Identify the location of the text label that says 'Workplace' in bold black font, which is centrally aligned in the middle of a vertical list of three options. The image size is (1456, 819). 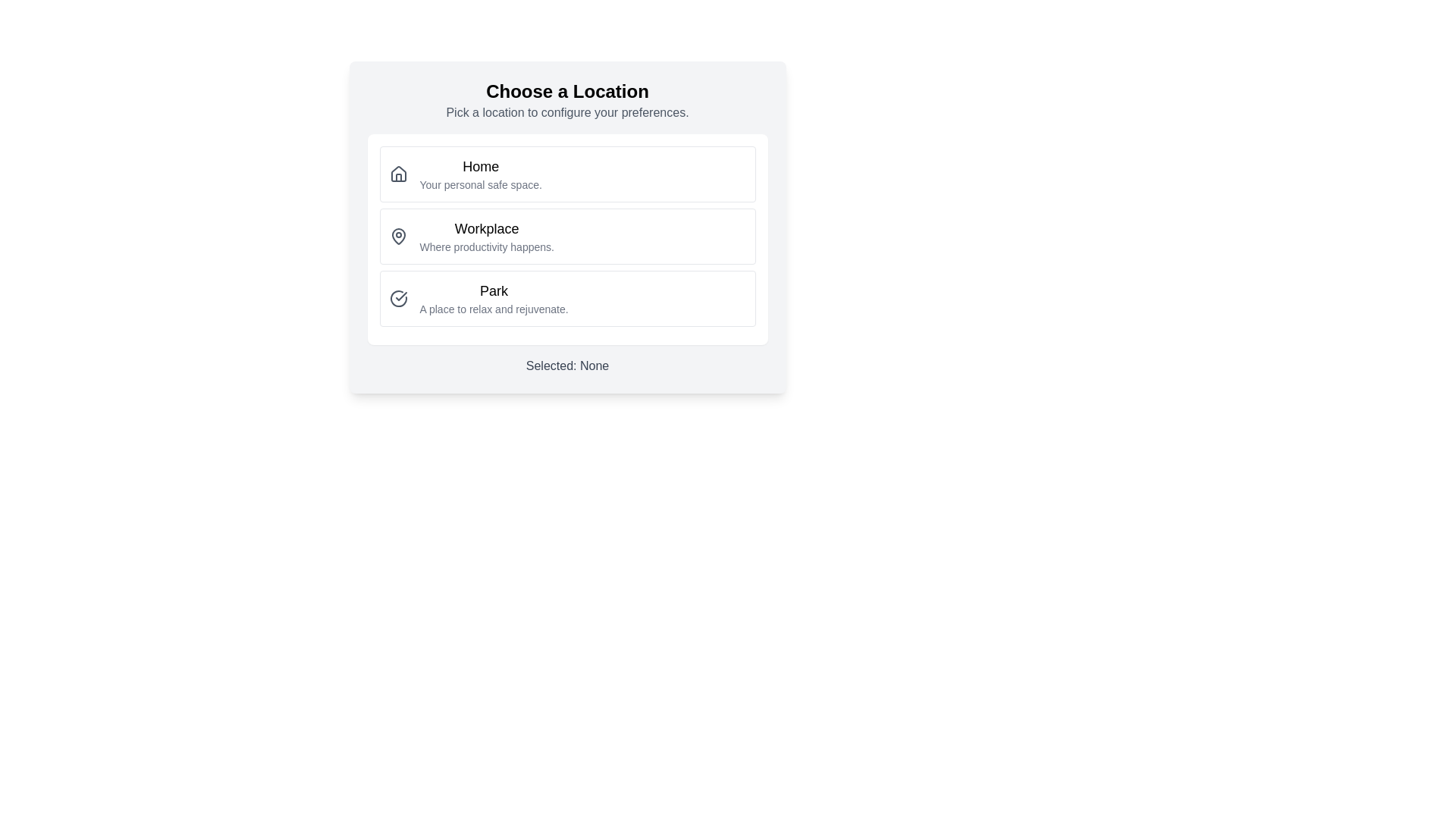
(487, 237).